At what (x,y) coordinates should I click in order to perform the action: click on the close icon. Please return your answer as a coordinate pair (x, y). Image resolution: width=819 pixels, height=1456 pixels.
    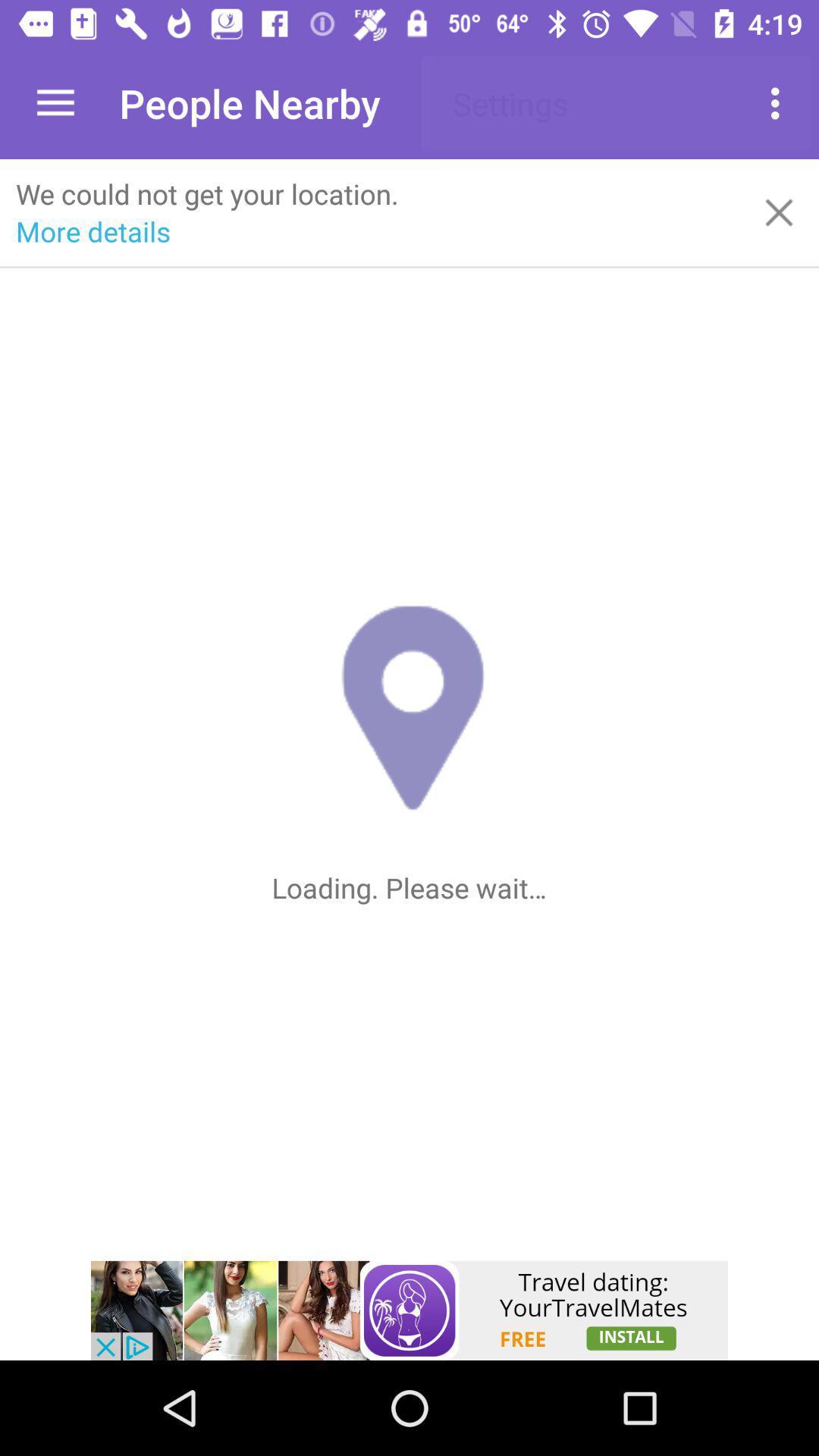
    Looking at the image, I should click on (779, 212).